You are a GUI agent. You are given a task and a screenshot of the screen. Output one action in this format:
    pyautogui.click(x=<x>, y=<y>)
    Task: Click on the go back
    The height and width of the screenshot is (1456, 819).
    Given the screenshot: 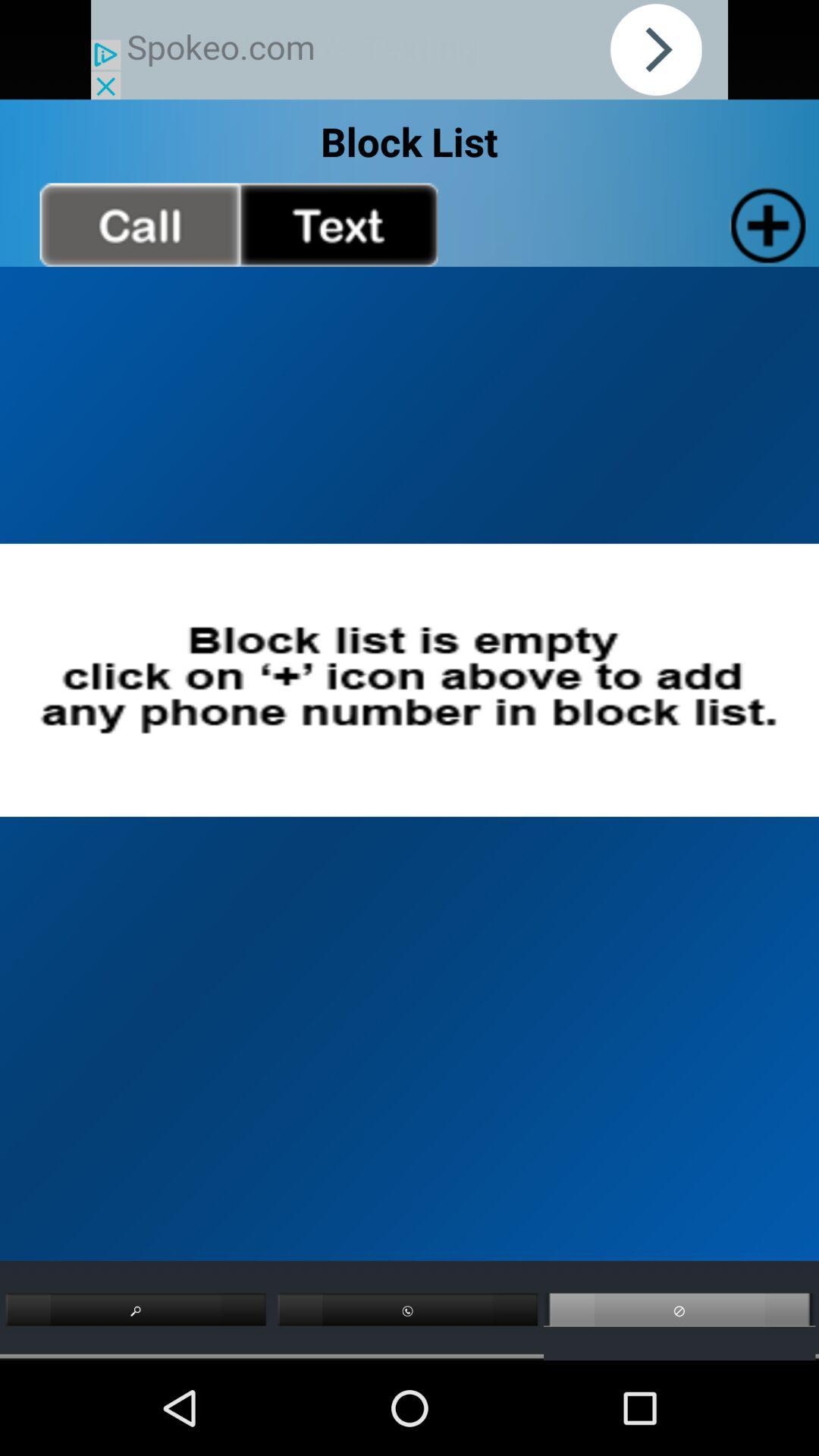 What is the action you would take?
    pyautogui.click(x=139, y=224)
    